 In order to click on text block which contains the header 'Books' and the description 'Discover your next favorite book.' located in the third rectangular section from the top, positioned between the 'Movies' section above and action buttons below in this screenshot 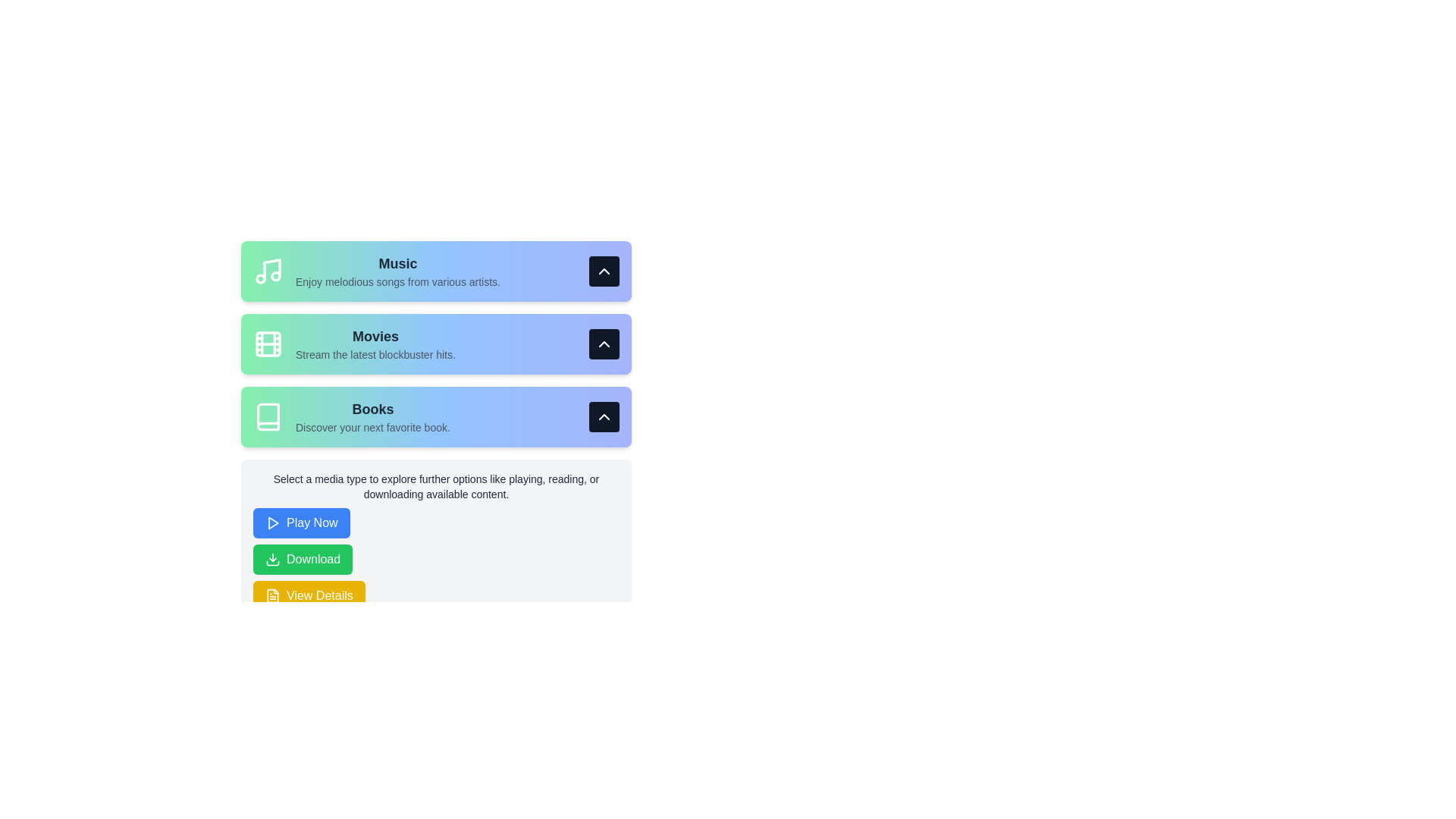, I will do `click(372, 417)`.